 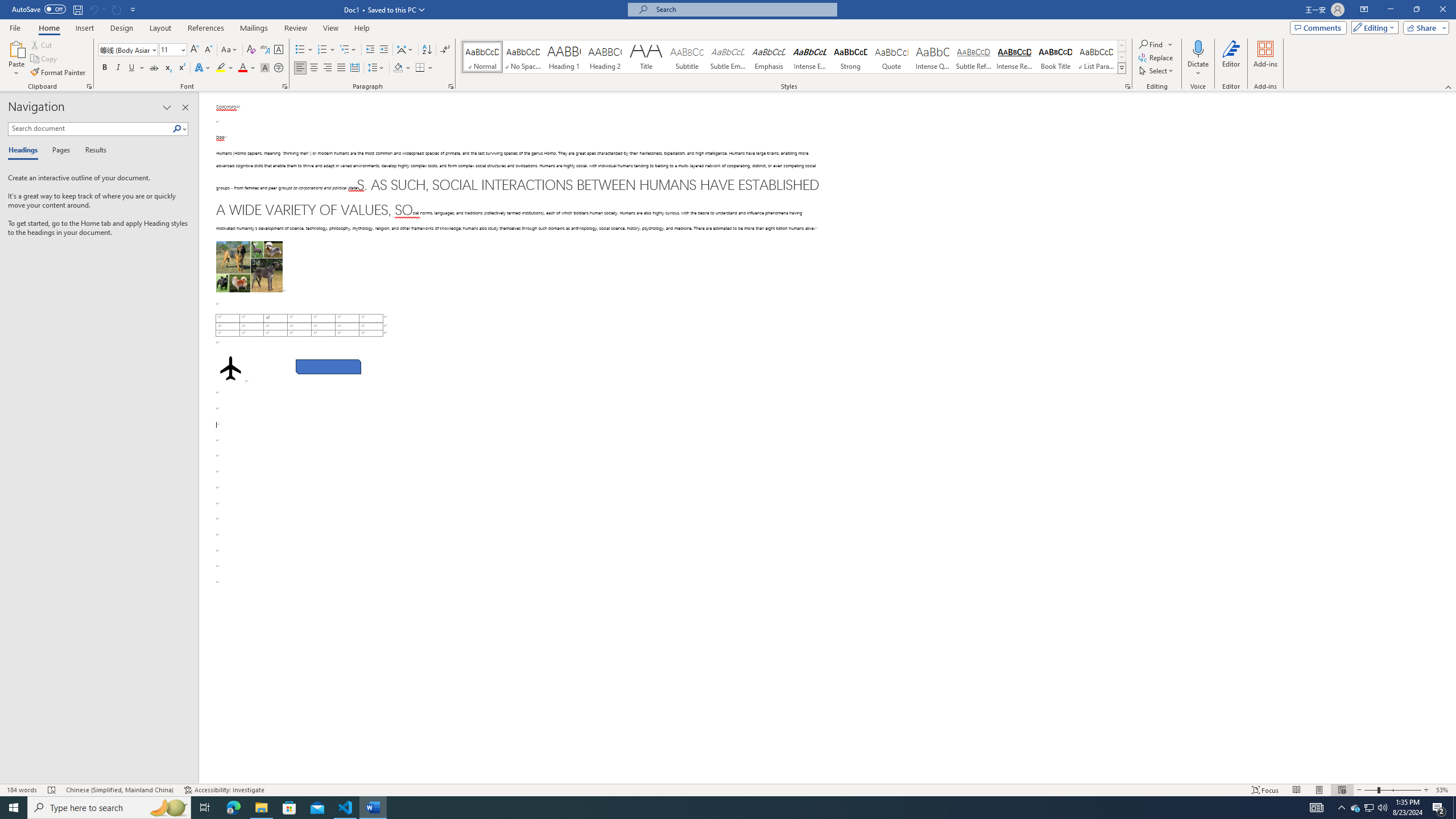 What do you see at coordinates (328, 366) in the screenshot?
I see `'Rectangle: Diagonal Corners Snipped 2'` at bounding box center [328, 366].